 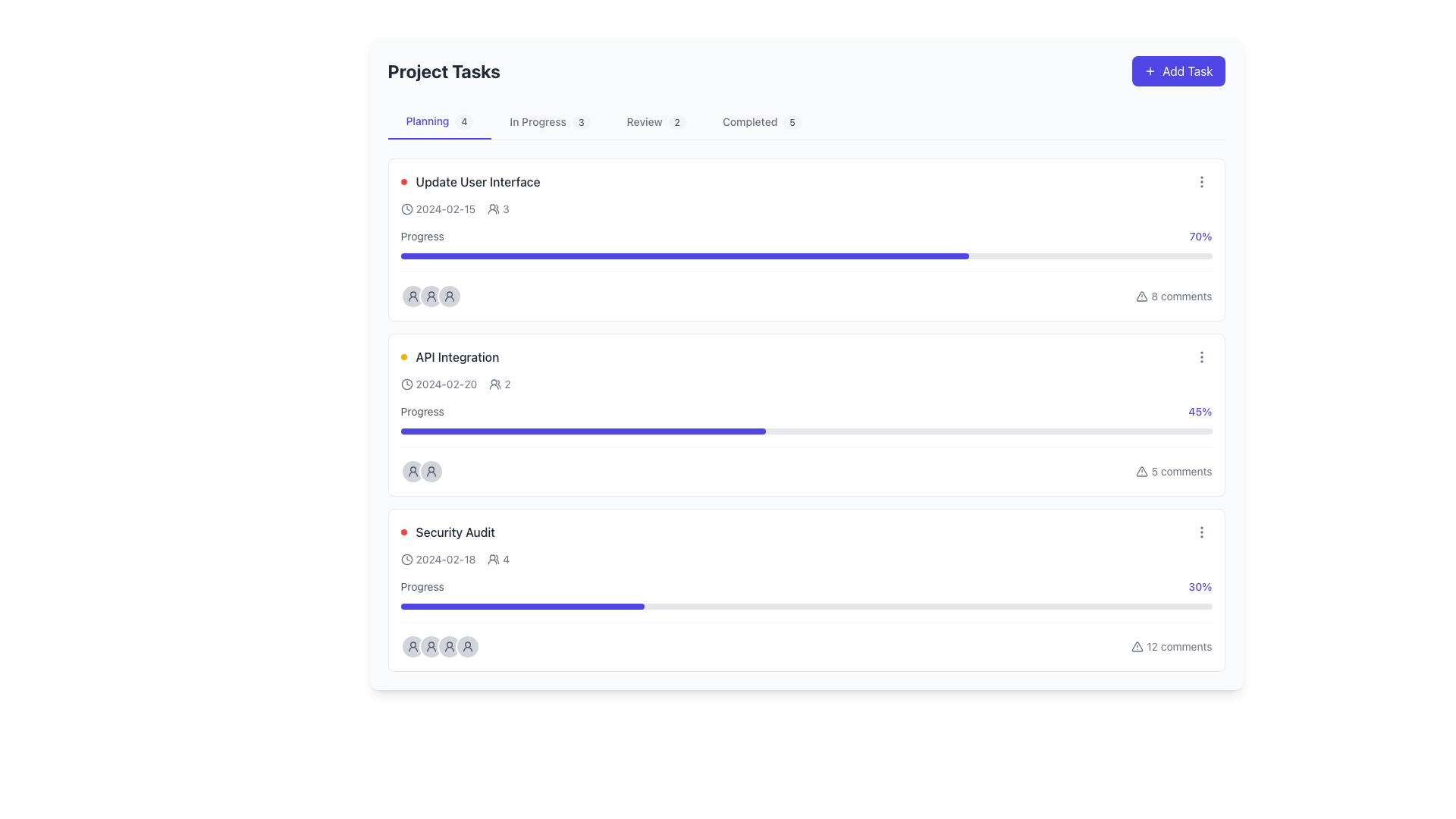 I want to click on the circular icon with a gray background and white border, which features an outline of a person in dark gray strokes, located in the bottom-left of the user icons under the 'Security Audit' task, so click(x=413, y=646).